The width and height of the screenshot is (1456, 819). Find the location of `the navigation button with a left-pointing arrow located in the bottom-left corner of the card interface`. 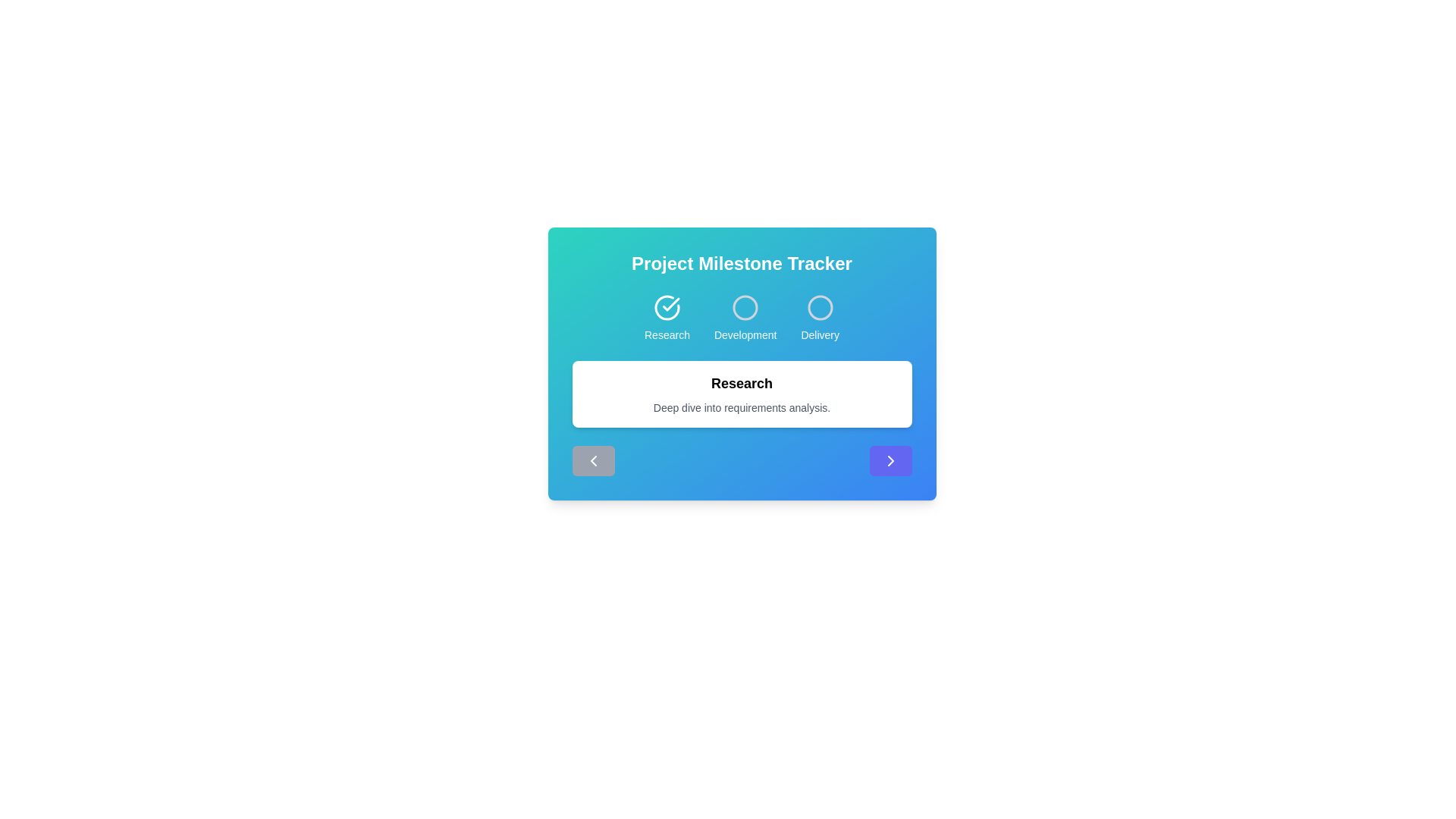

the navigation button with a left-pointing arrow located in the bottom-left corner of the card interface is located at coordinates (592, 460).